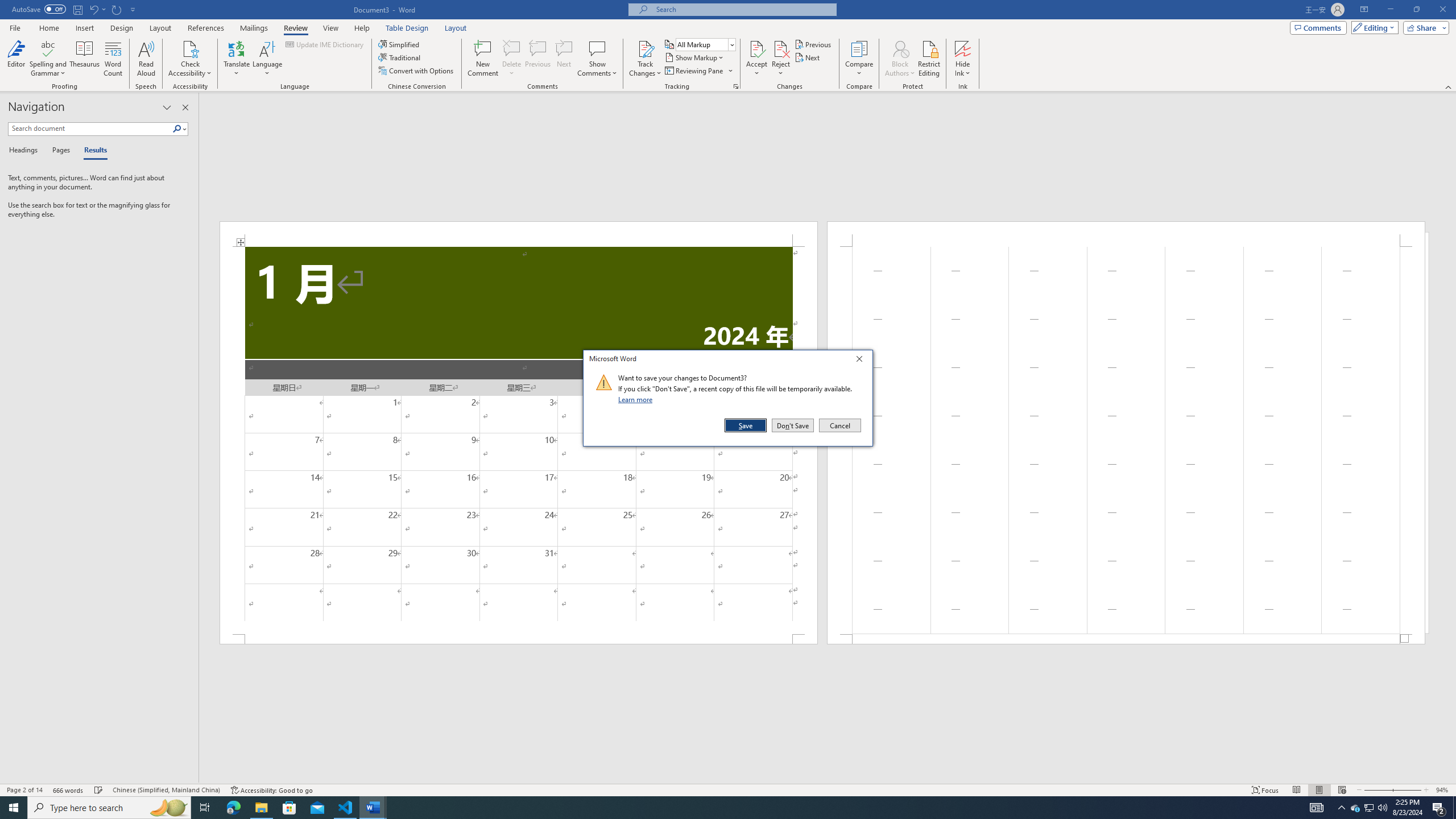 The height and width of the screenshot is (819, 1456). I want to click on 'Microsoft search', so click(742, 9).